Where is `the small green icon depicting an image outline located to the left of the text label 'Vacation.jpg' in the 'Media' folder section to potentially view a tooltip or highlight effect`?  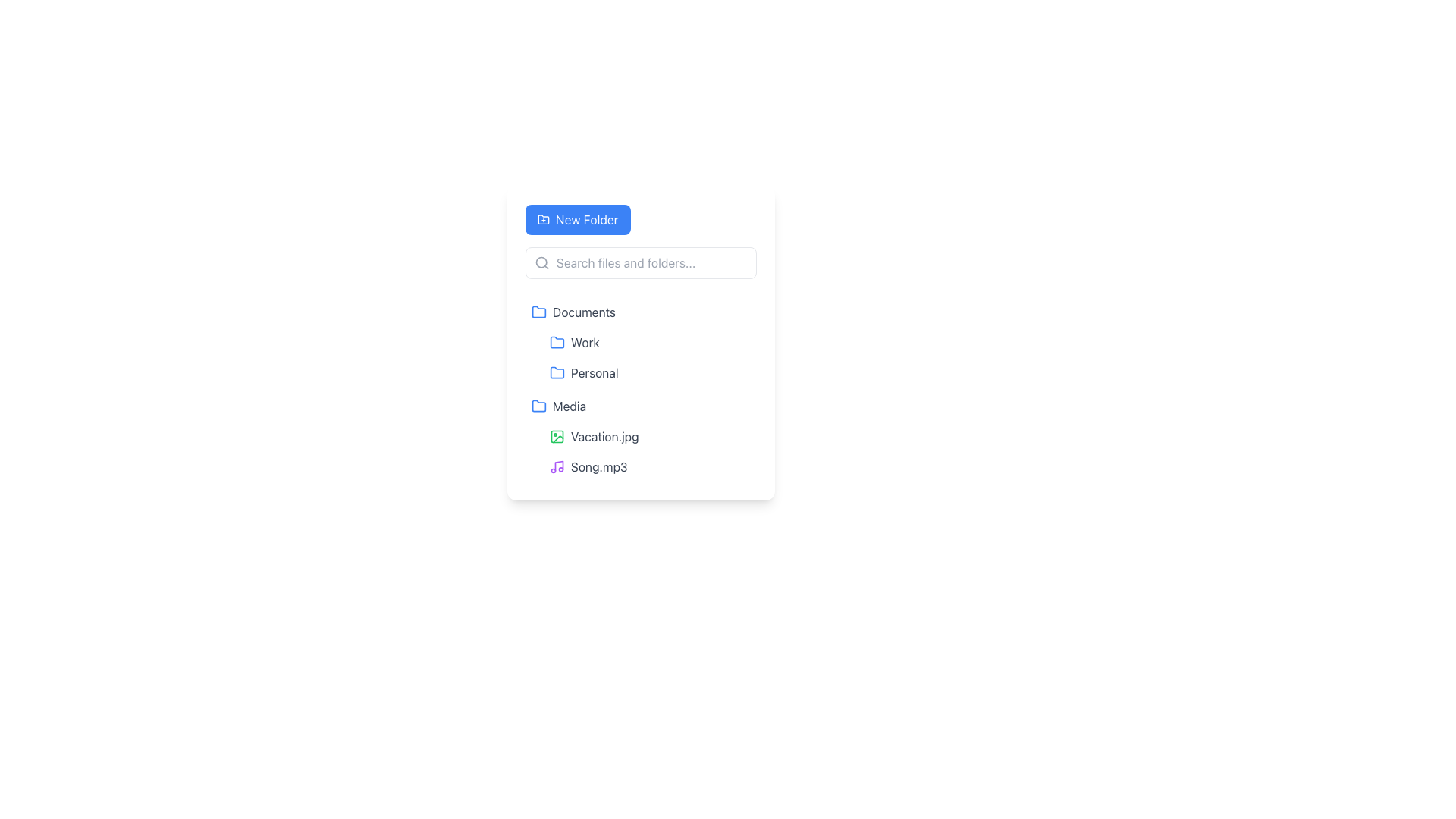
the small green icon depicting an image outline located to the left of the text label 'Vacation.jpg' in the 'Media' folder section to potentially view a tooltip or highlight effect is located at coordinates (556, 436).